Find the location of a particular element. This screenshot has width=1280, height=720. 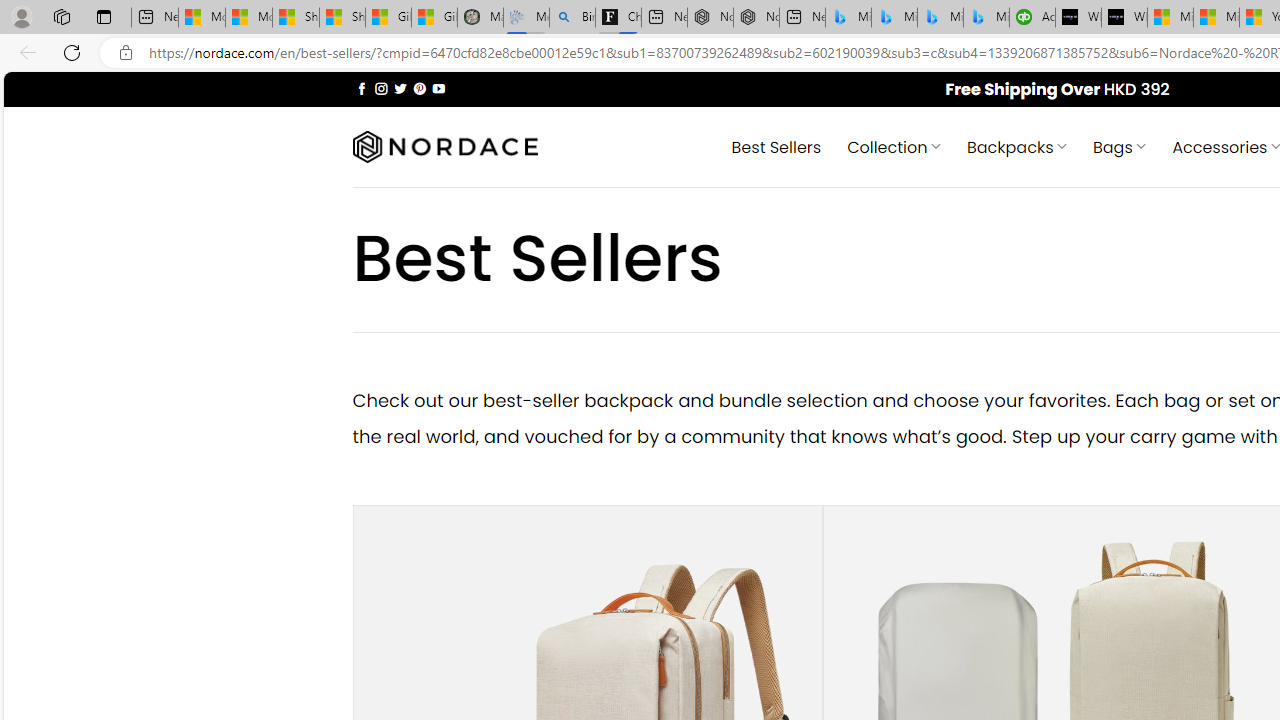

'Microsoft Bing Travel - Shangri-La Hotel Bangkok' is located at coordinates (986, 17).